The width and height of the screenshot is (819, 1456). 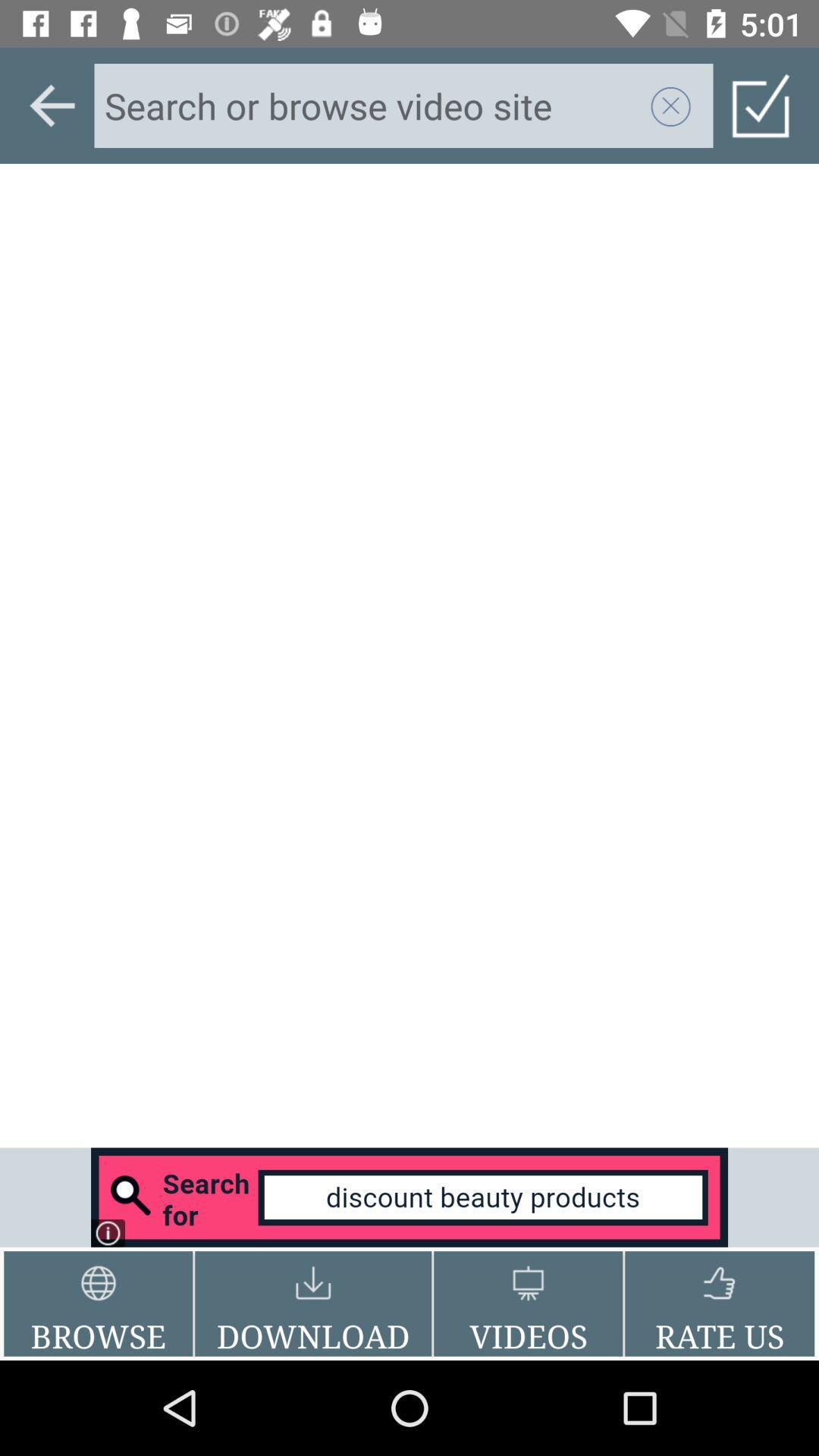 What do you see at coordinates (372, 105) in the screenshot?
I see `search topic` at bounding box center [372, 105].